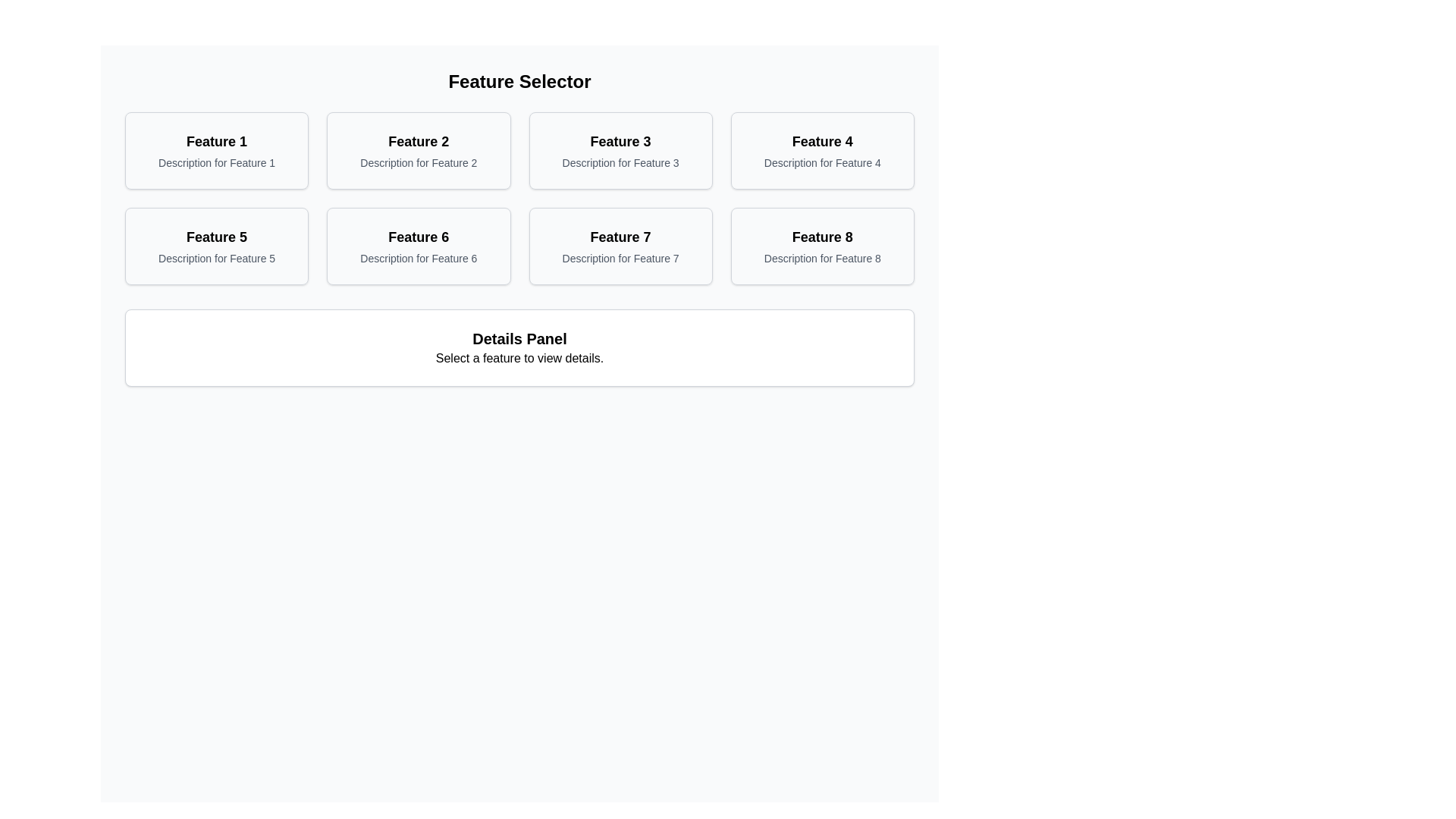  I want to click on the Text Label that serves as a header for the details panel, located at the top of the white card area below the grid of feature buttons, so click(519, 338).